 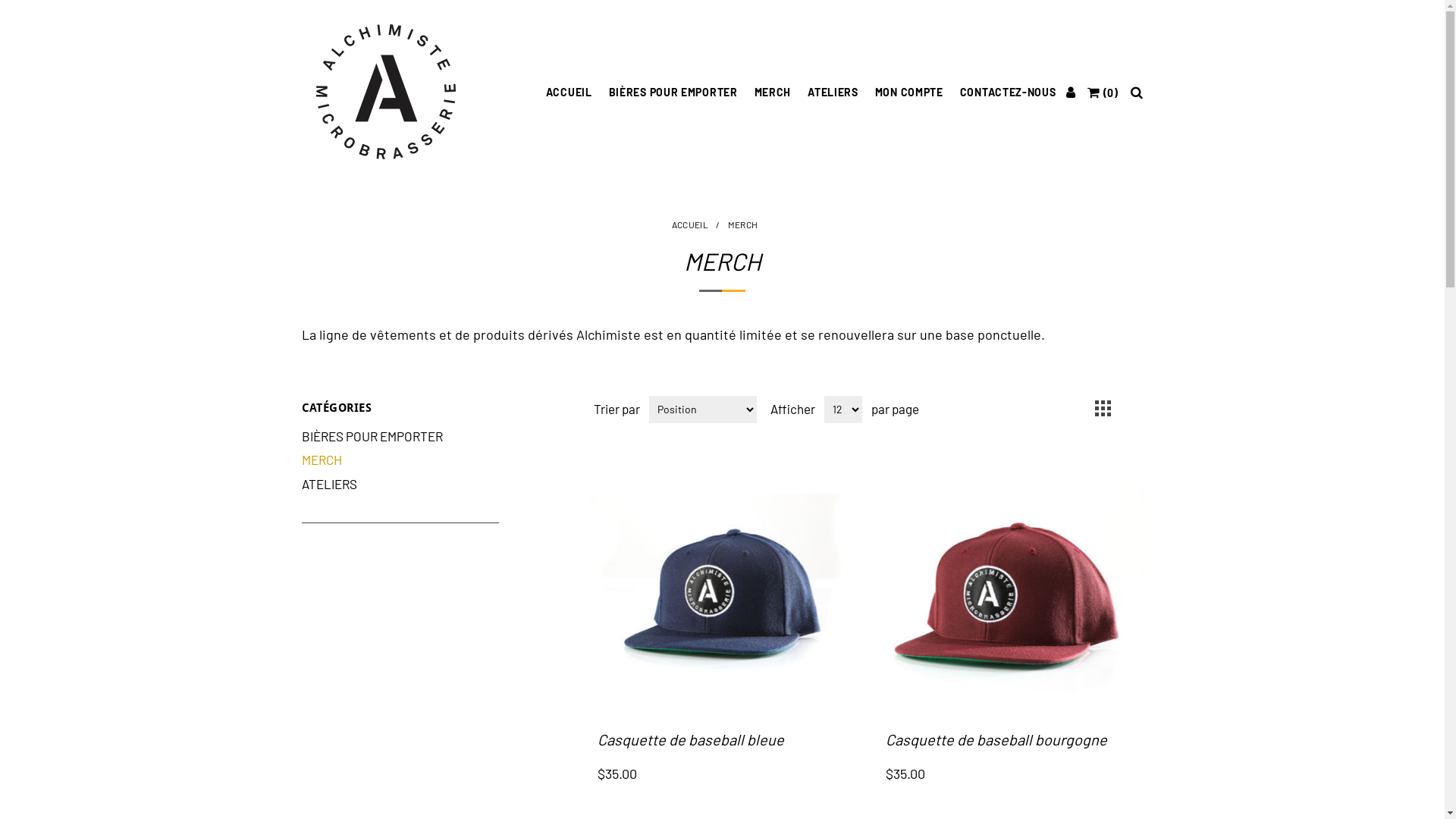 What do you see at coordinates (1011, 589) in the screenshot?
I see `'Agrandir l'image de Casquette de baseball bourgogne'` at bounding box center [1011, 589].